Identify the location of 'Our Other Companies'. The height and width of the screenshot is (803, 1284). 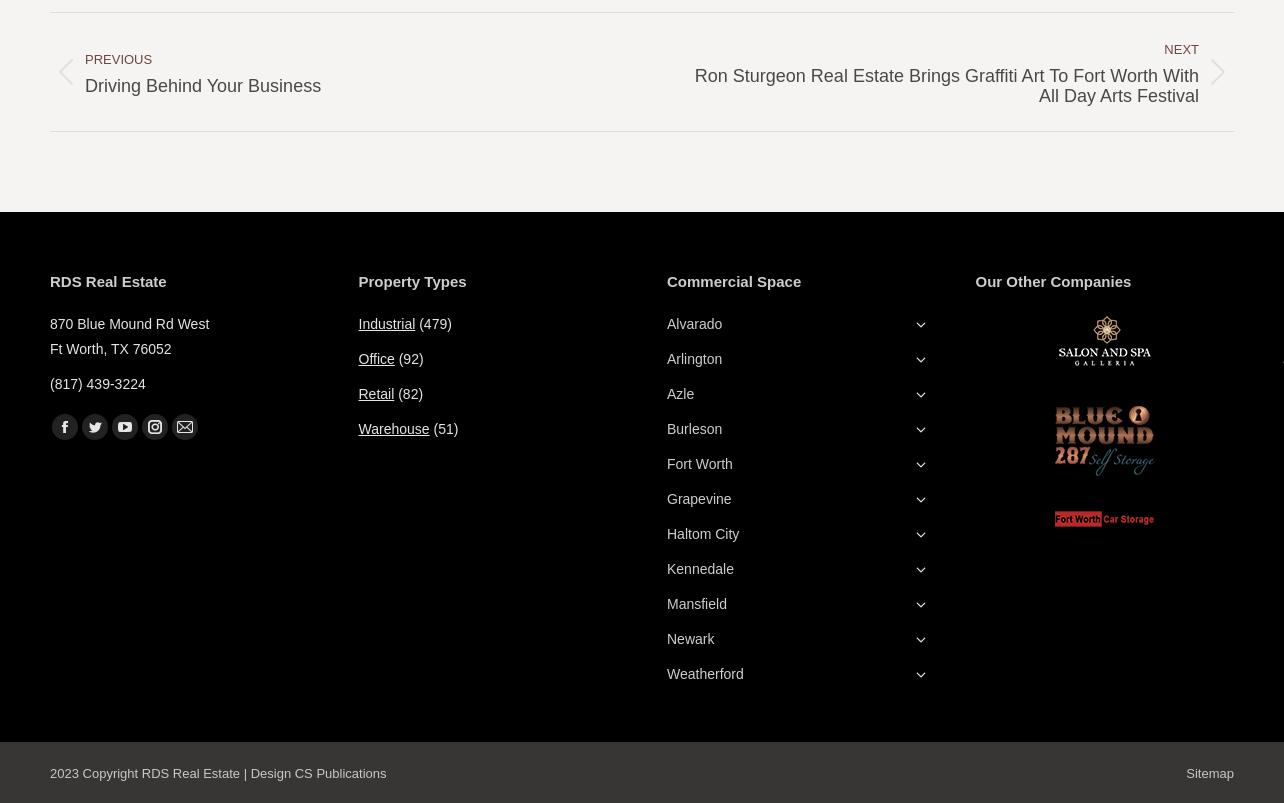
(1053, 281).